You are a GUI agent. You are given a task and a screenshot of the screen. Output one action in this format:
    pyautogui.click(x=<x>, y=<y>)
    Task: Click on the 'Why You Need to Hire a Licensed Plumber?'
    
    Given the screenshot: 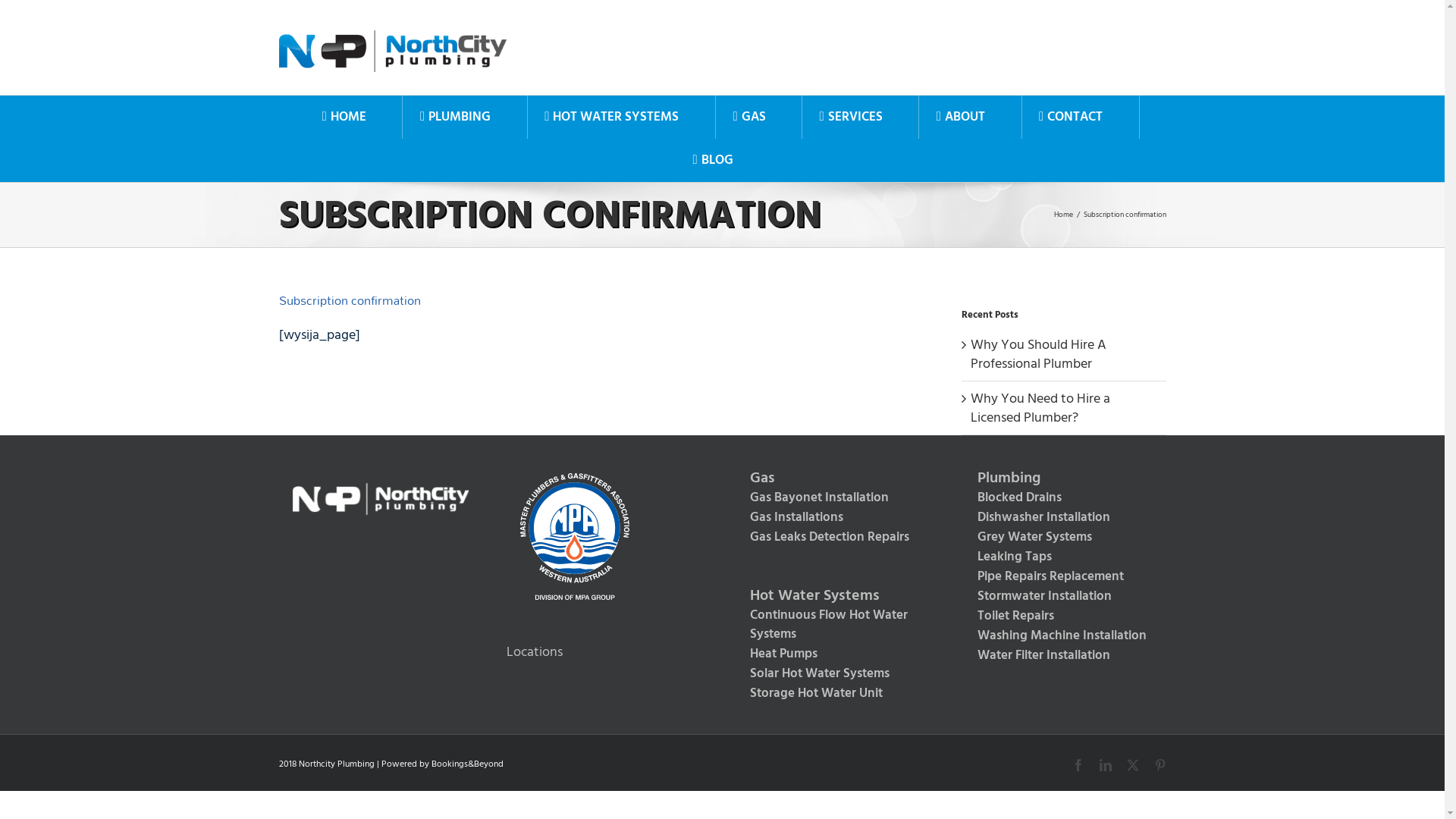 What is the action you would take?
    pyautogui.click(x=1040, y=406)
    